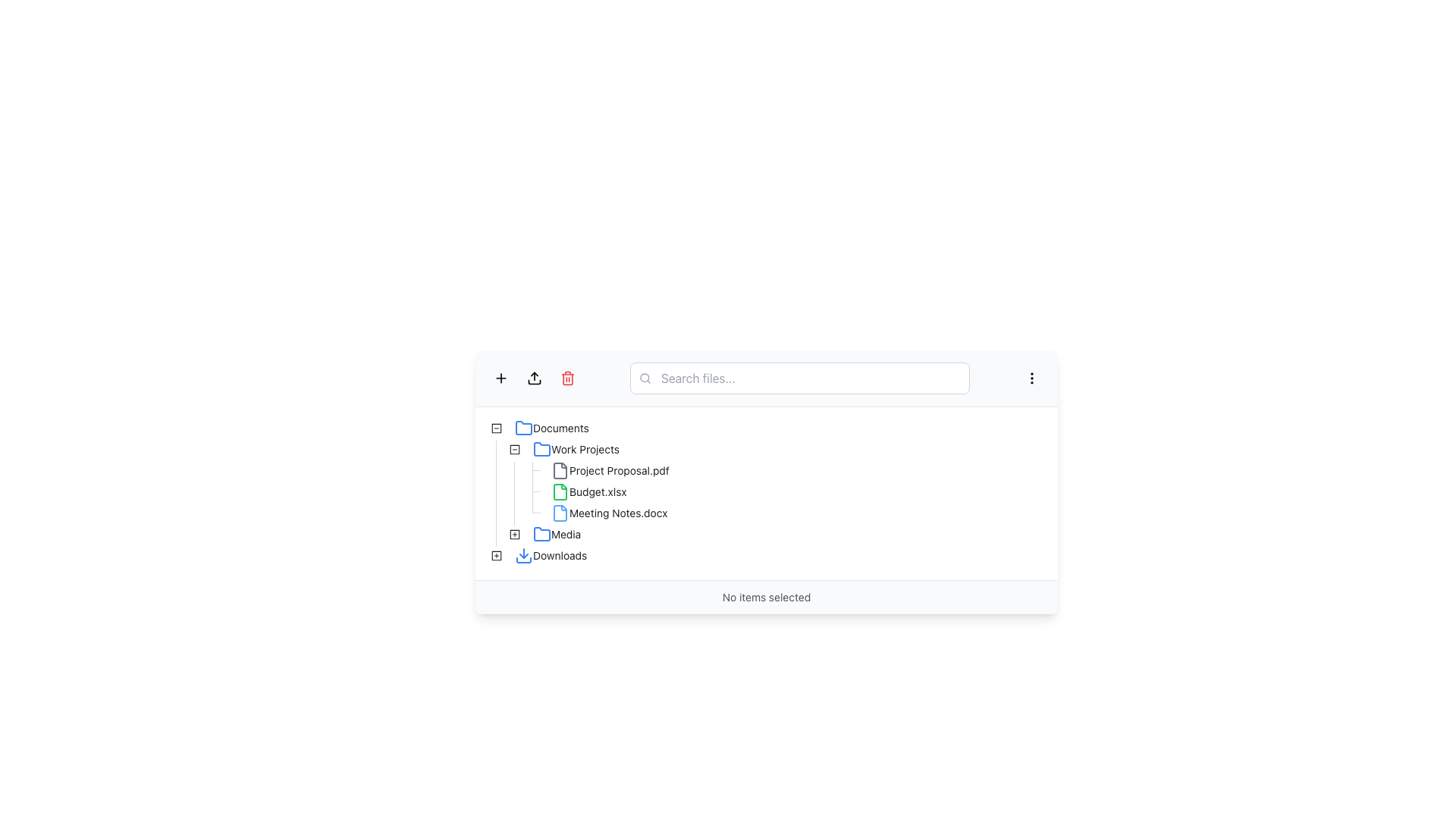 This screenshot has height=819, width=1456. I want to click on the vertical indentation bar located to the left margin of the 'Media' tree node, which serves as an indentation marker for the associated node, so click(496, 534).